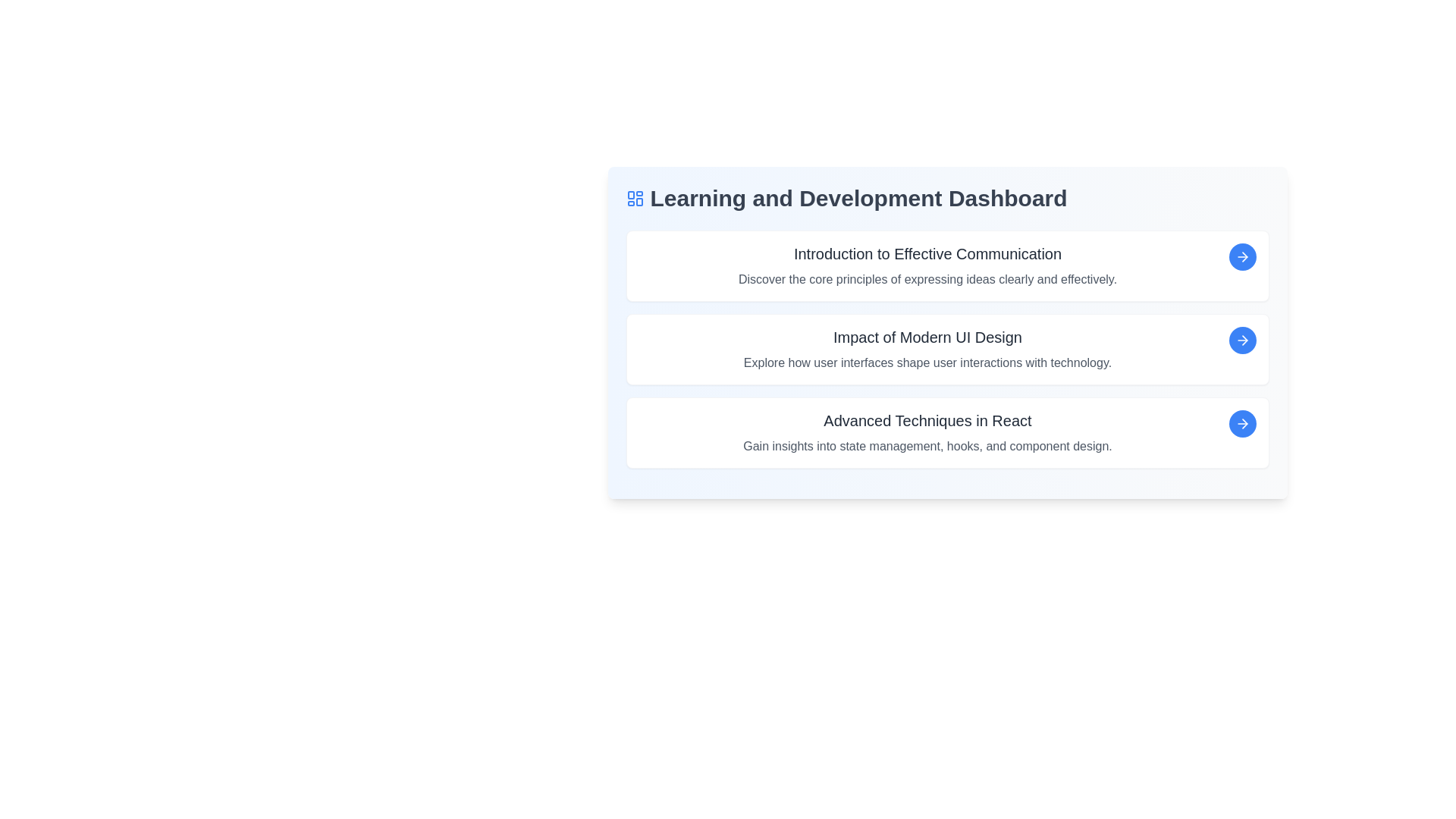  Describe the element at coordinates (927, 280) in the screenshot. I see `text block that provides a brief description or subtitle for the topic 'Introduction to Effective Communication', located directly beneath the heading of the same name` at that location.